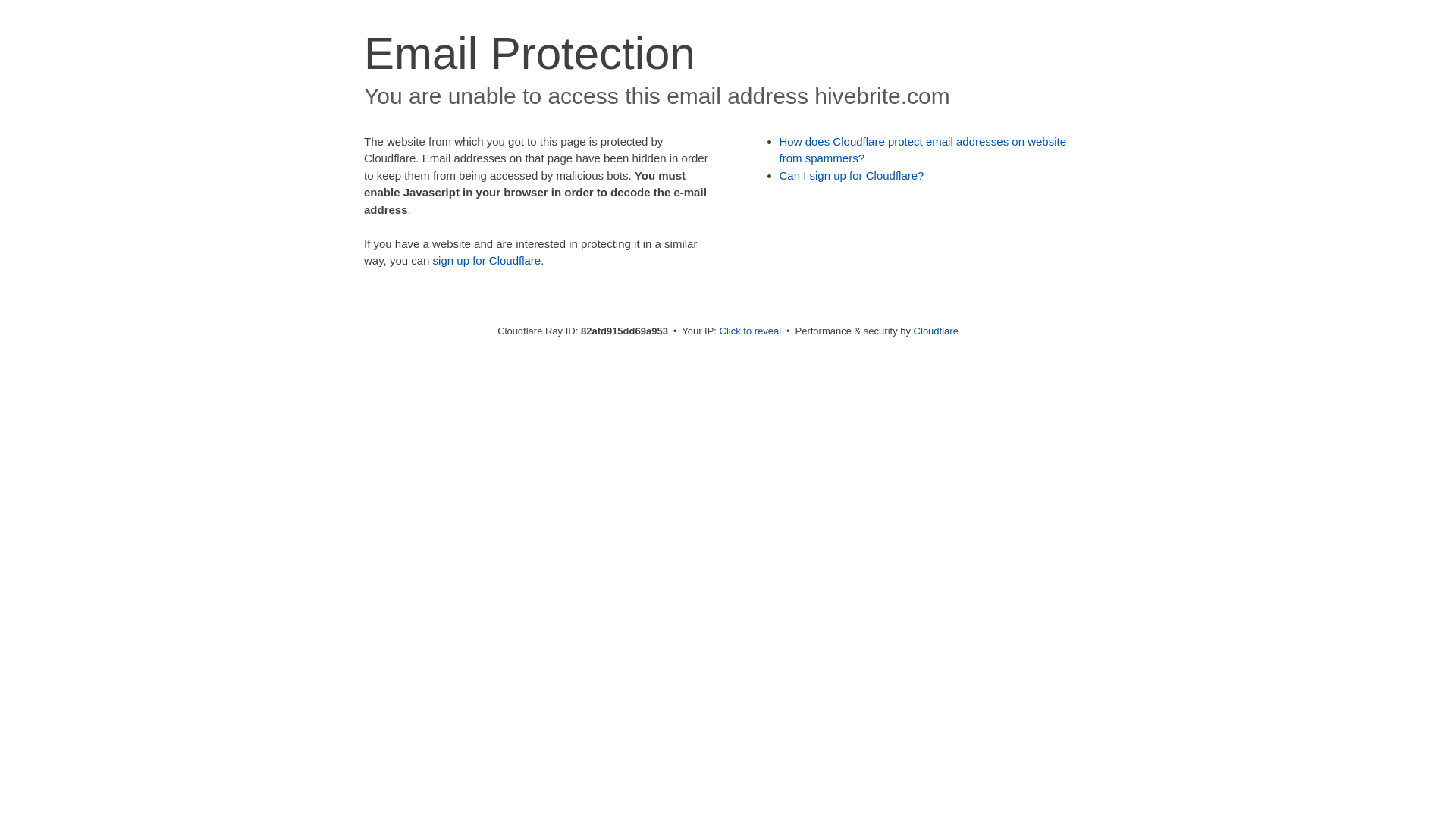 The image size is (1456, 819). Describe the element at coordinates (750, 330) in the screenshot. I see `'Click to reveal'` at that location.